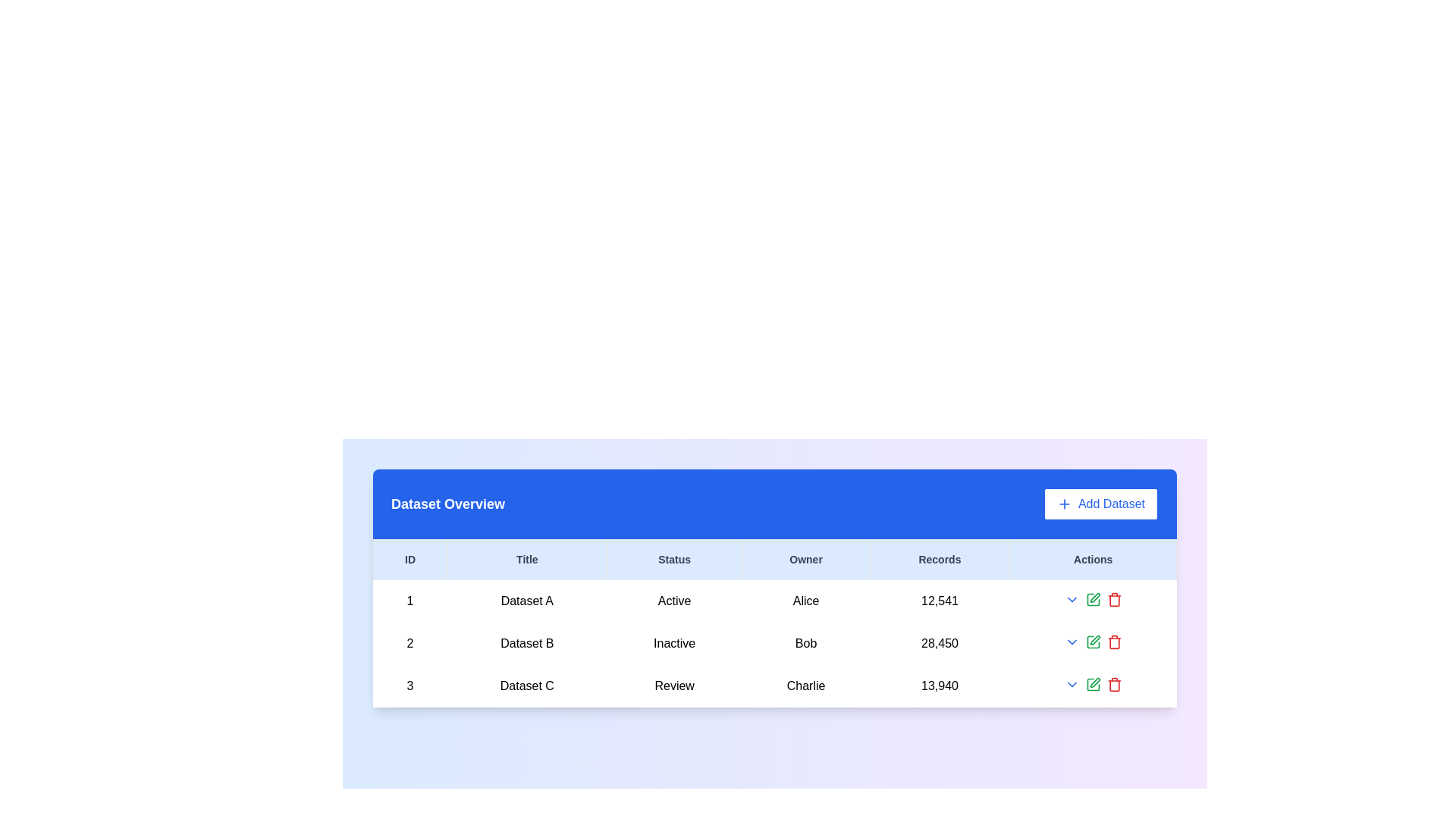 The width and height of the screenshot is (1456, 819). Describe the element at coordinates (410, 643) in the screenshot. I see `the Text Label that identifies 'Dataset B' in the second row, first column of the 'Dataset Overview' table` at that location.